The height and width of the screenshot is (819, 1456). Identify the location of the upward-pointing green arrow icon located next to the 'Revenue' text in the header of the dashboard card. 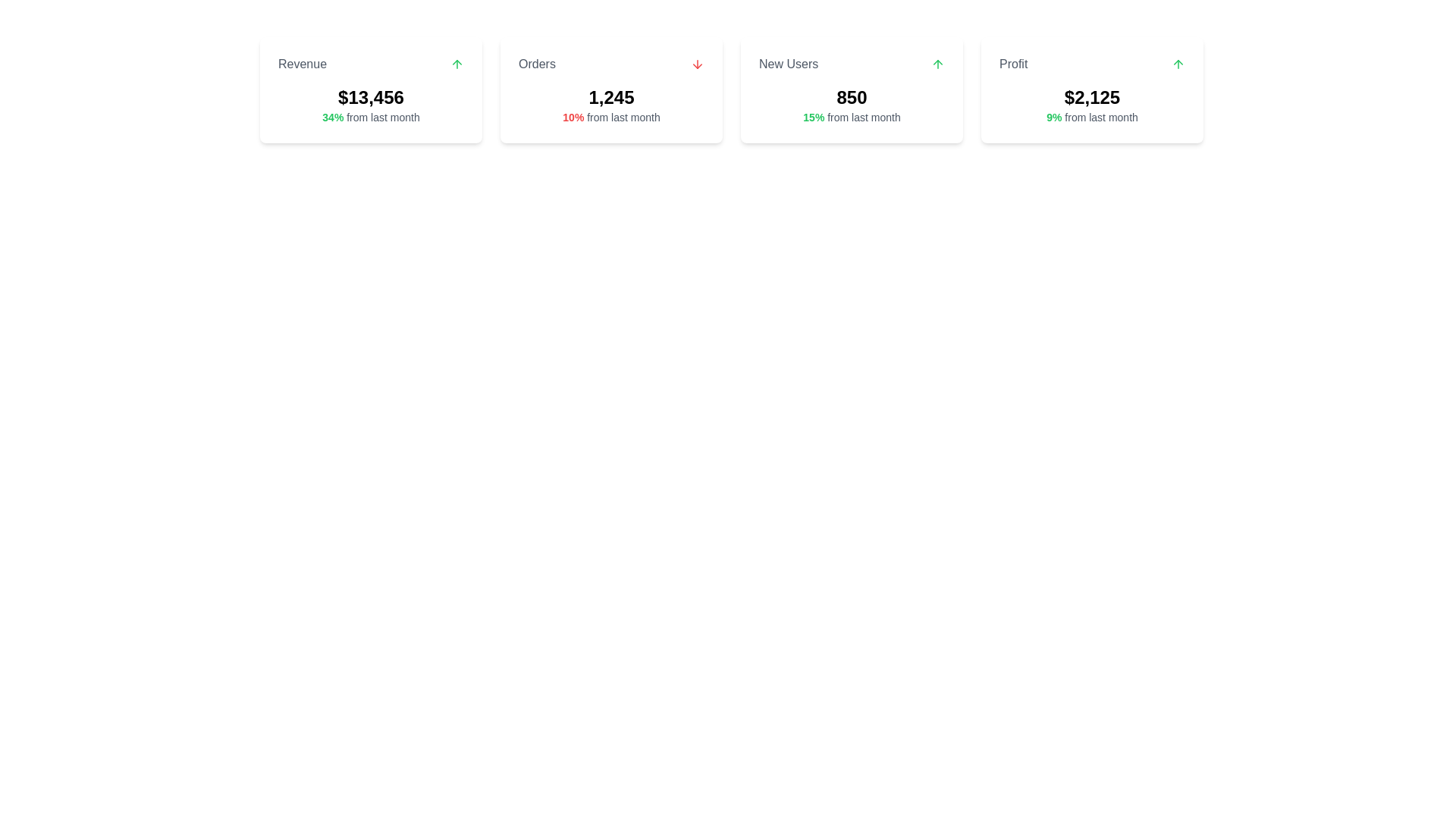
(457, 63).